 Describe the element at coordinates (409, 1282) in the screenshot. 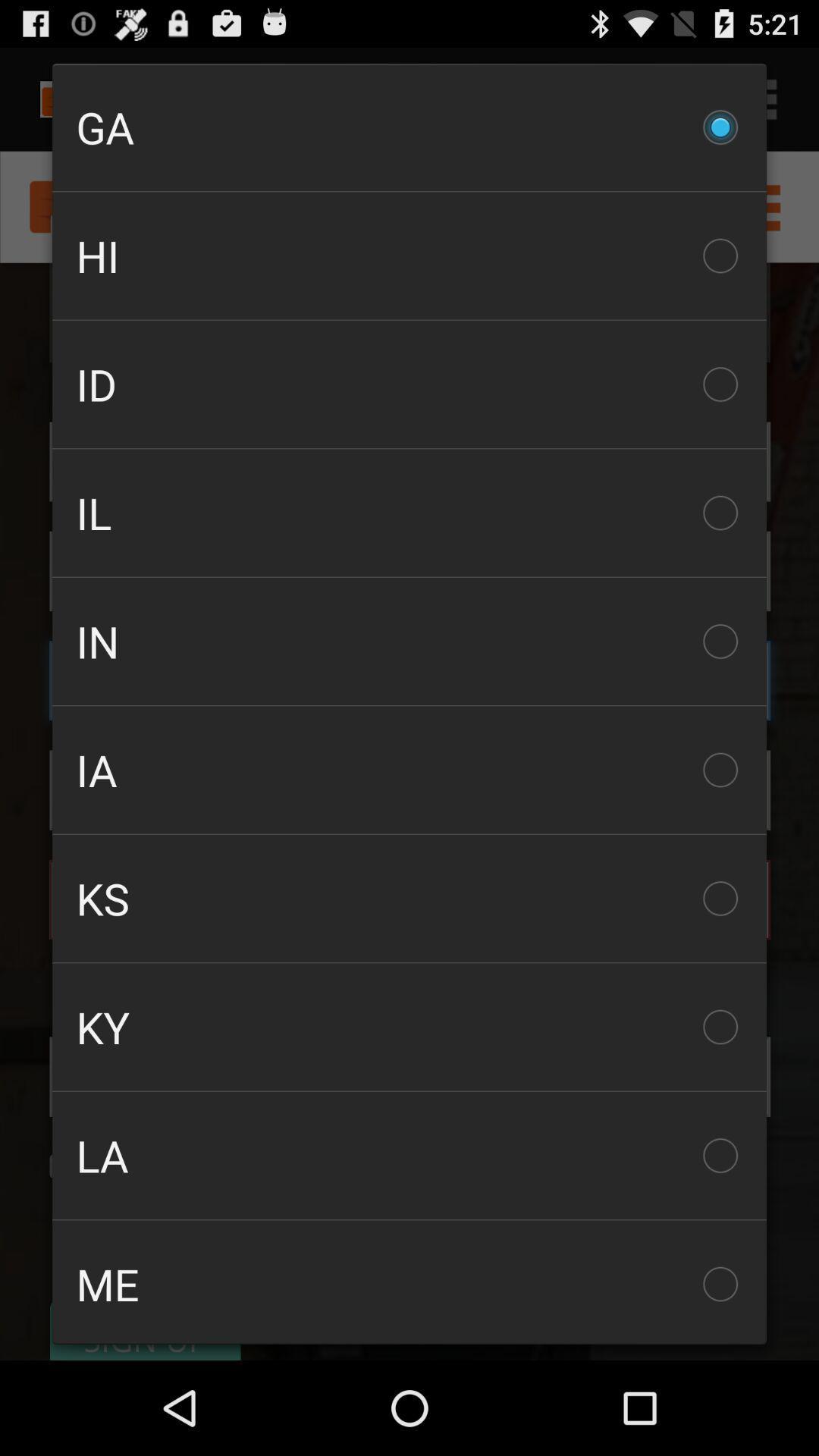

I see `the checkbox below the la` at that location.